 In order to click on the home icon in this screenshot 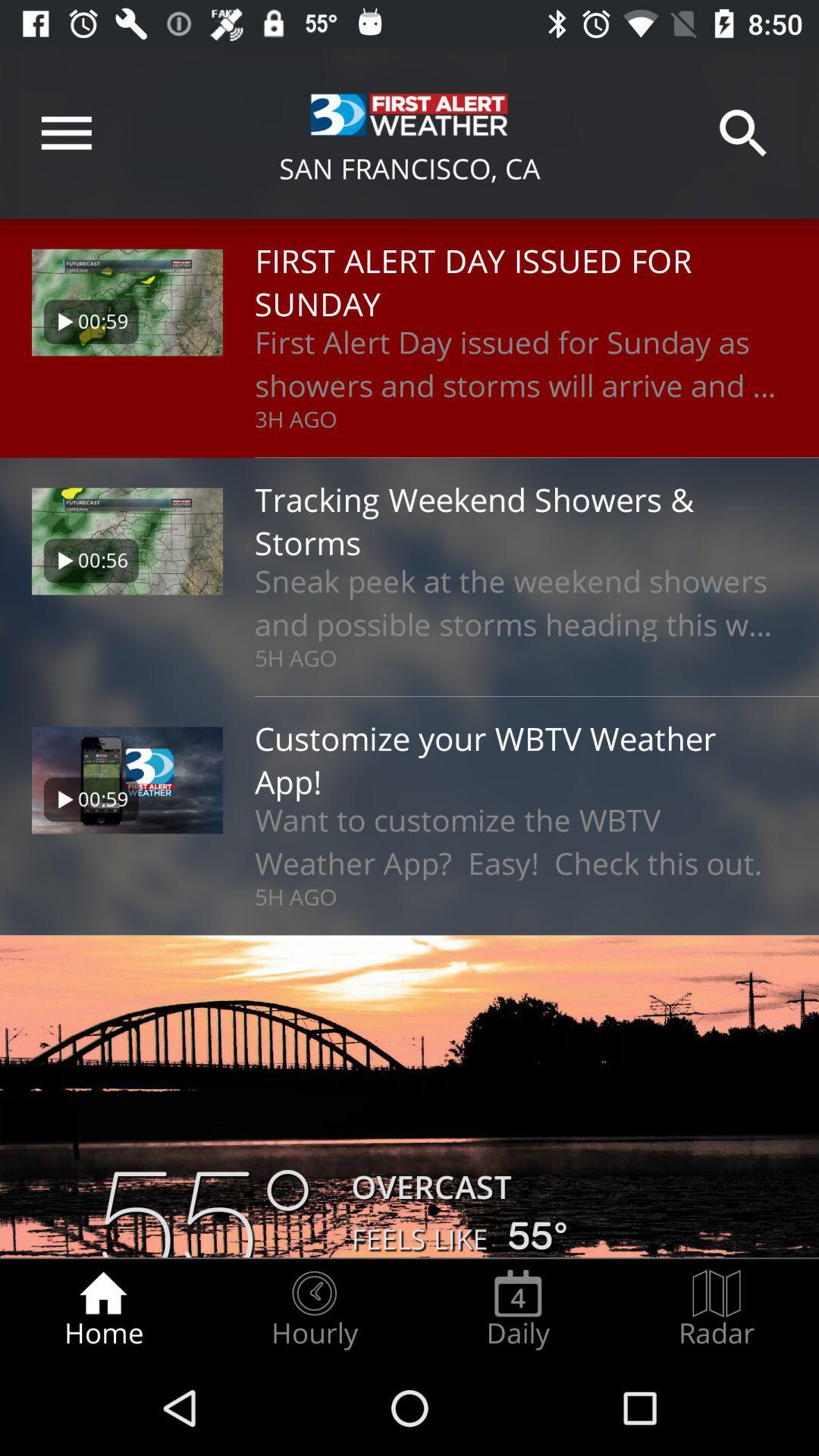, I will do `click(102, 1309)`.